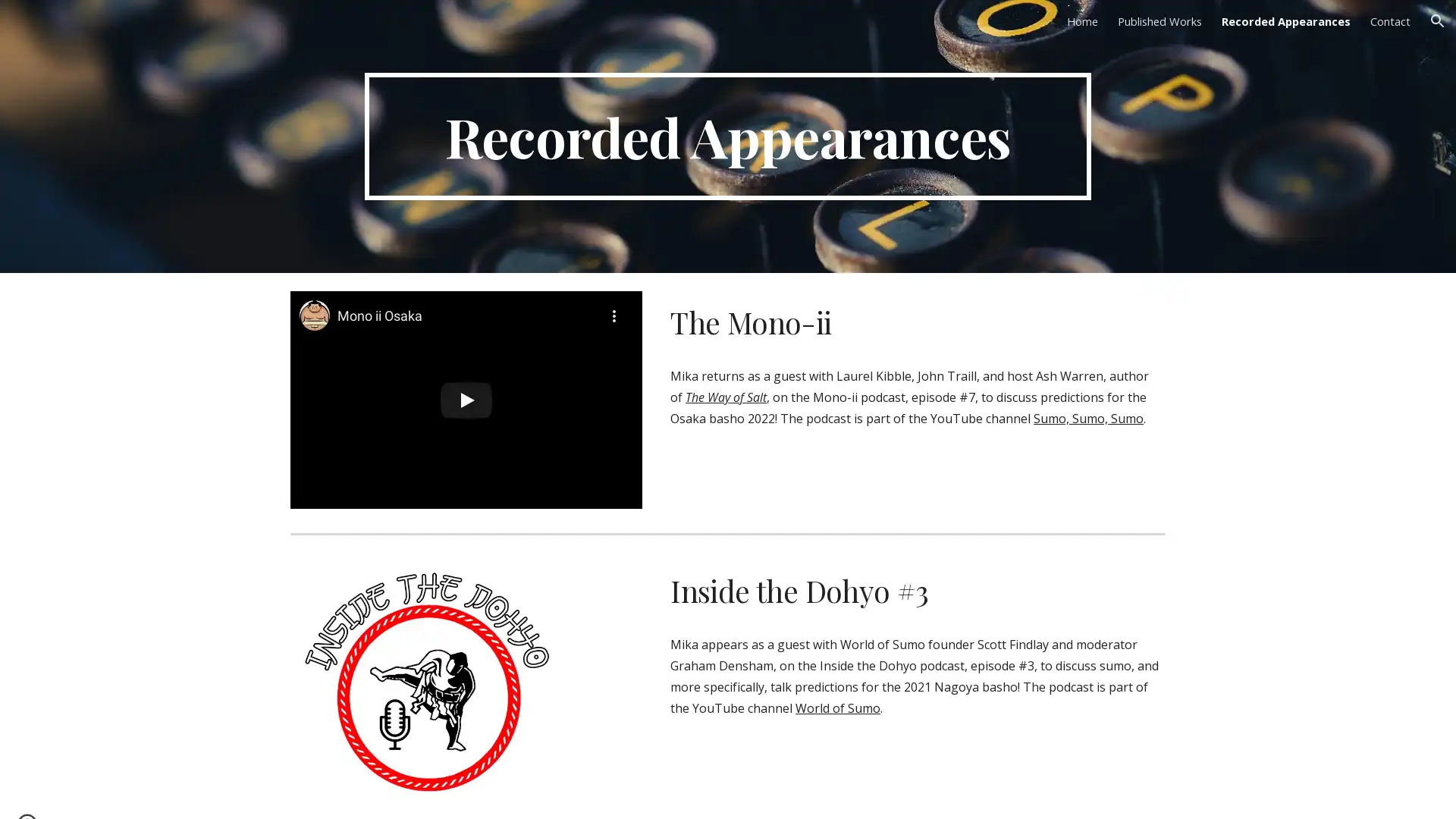  What do you see at coordinates (597, 28) in the screenshot?
I see `Skip to main content` at bounding box center [597, 28].